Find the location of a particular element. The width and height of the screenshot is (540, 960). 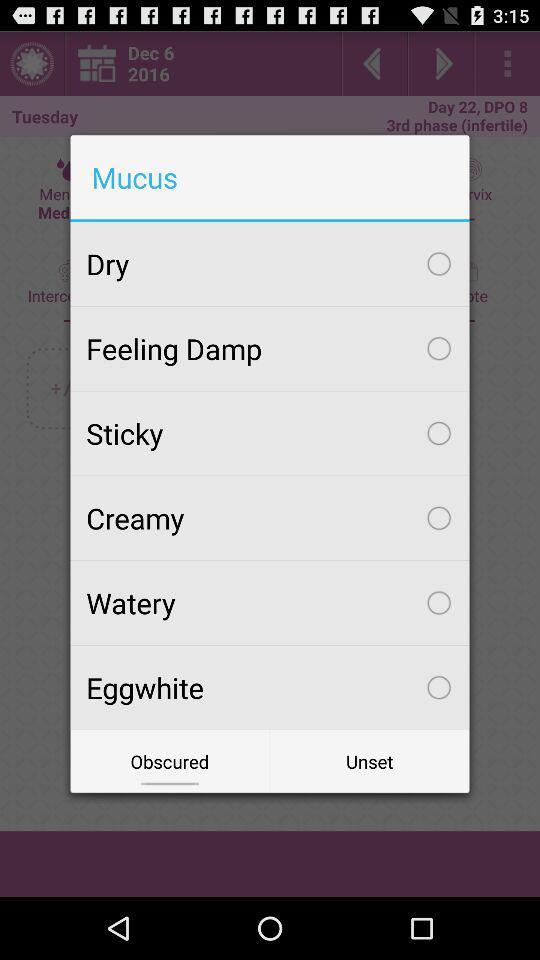

the creamy is located at coordinates (270, 517).